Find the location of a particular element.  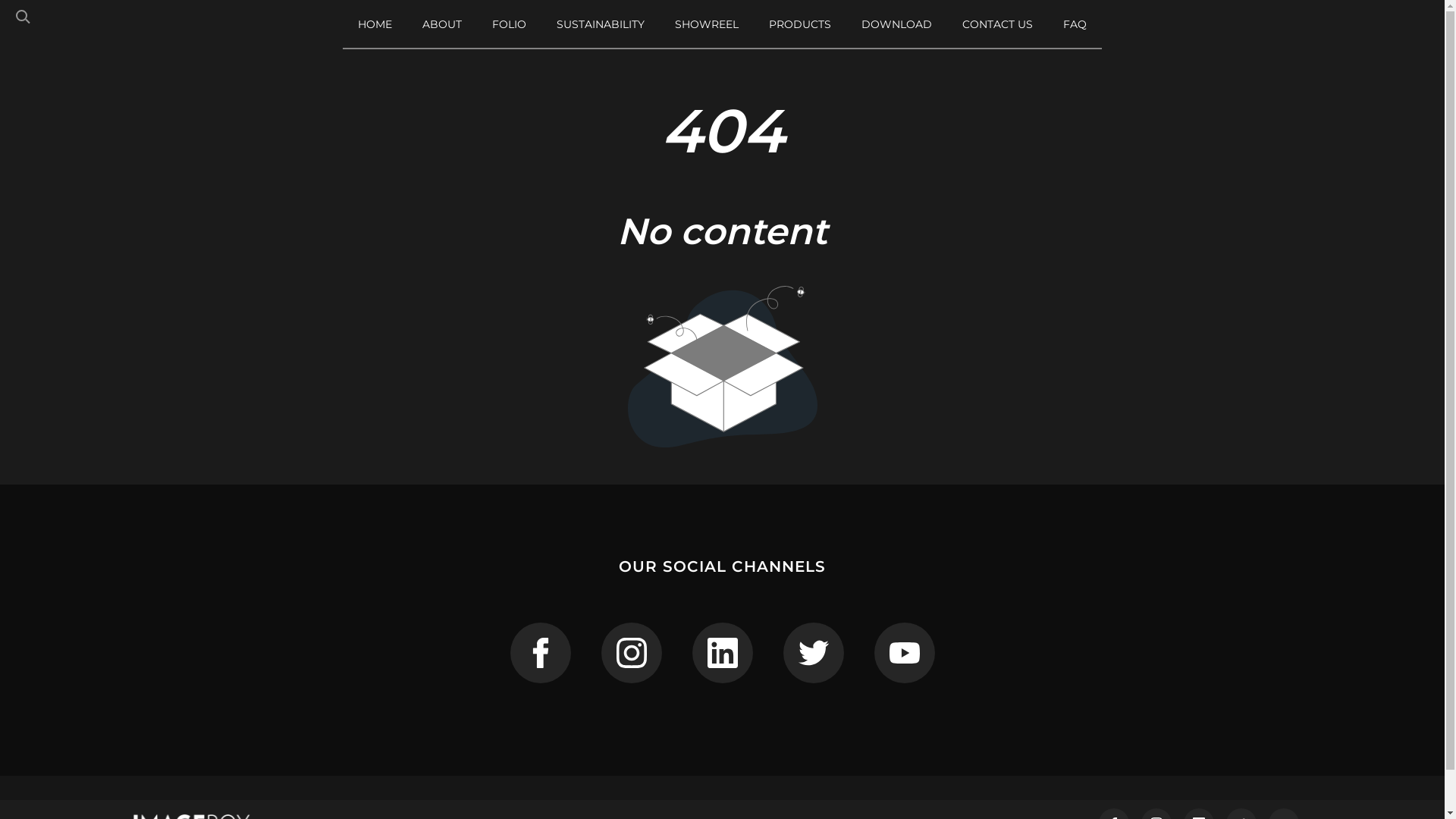

'ImageBox on Linkedin' is located at coordinates (720, 651).